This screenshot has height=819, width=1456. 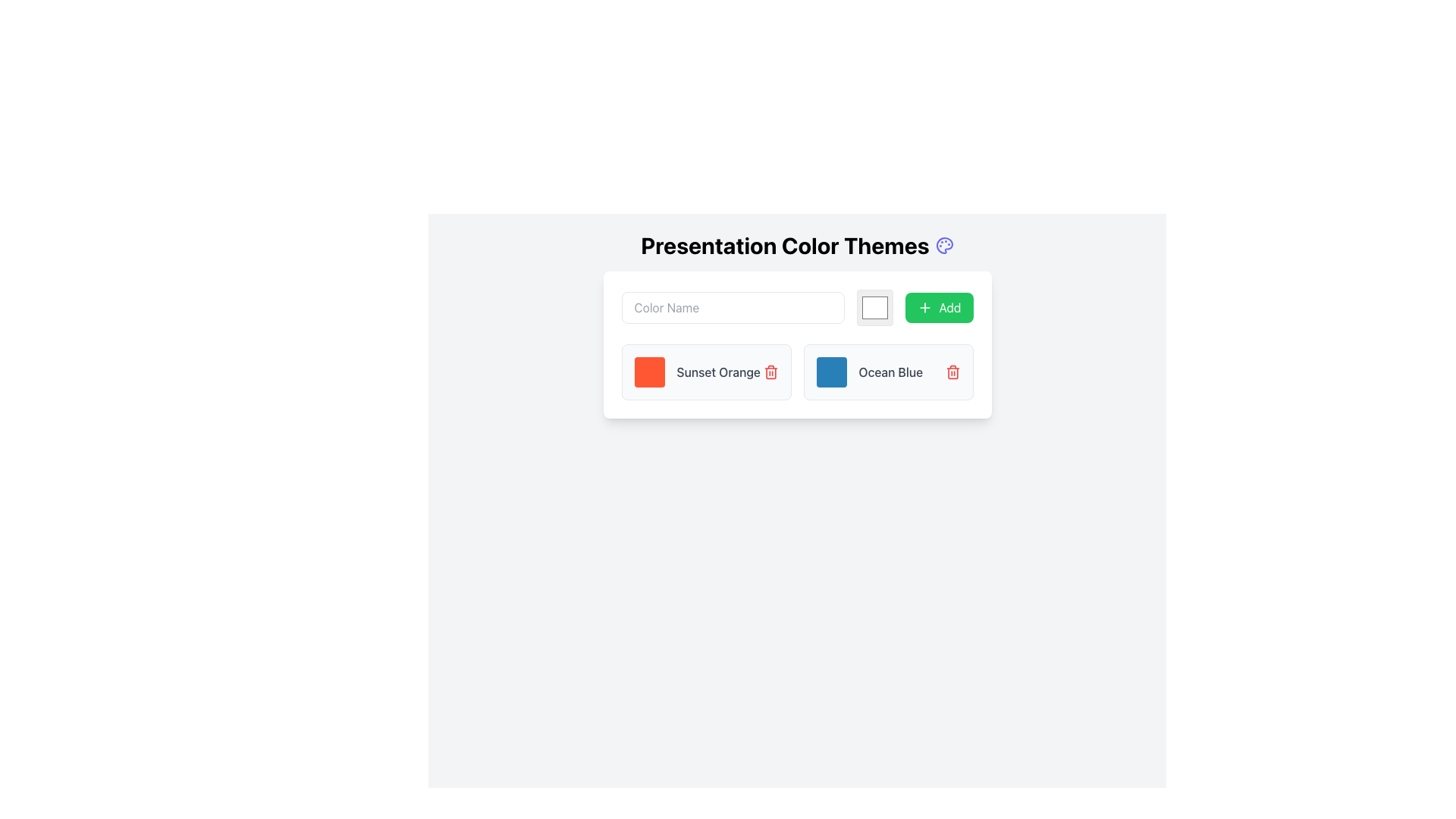 I want to click on the trashcan body icon of the delete button located to the right of the 'Ocean Blue' label in the lower right area of the interface, so click(x=952, y=373).